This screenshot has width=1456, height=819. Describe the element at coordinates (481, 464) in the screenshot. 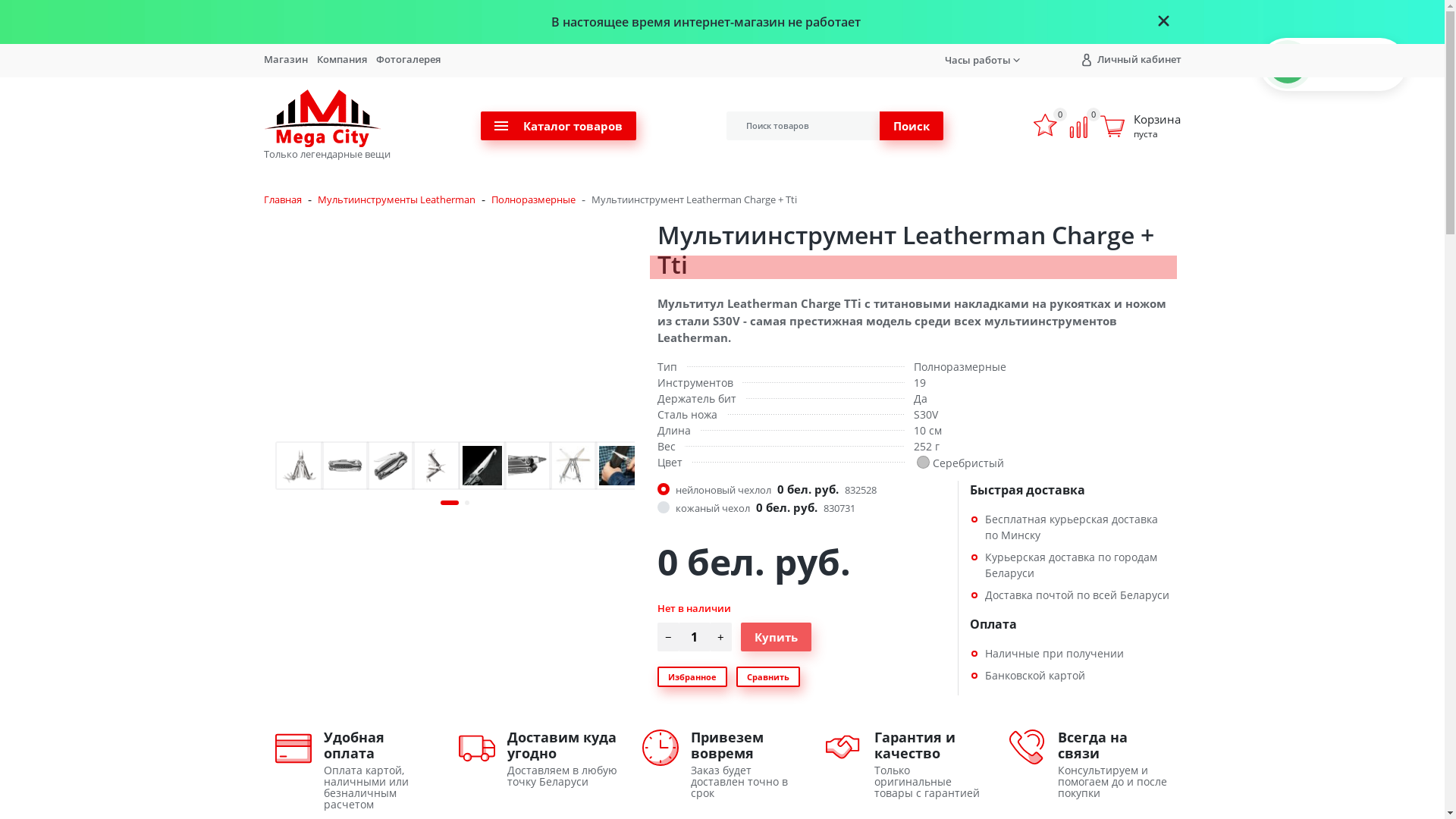

I see `'tl_xti_hook_enl.jpg'` at that location.